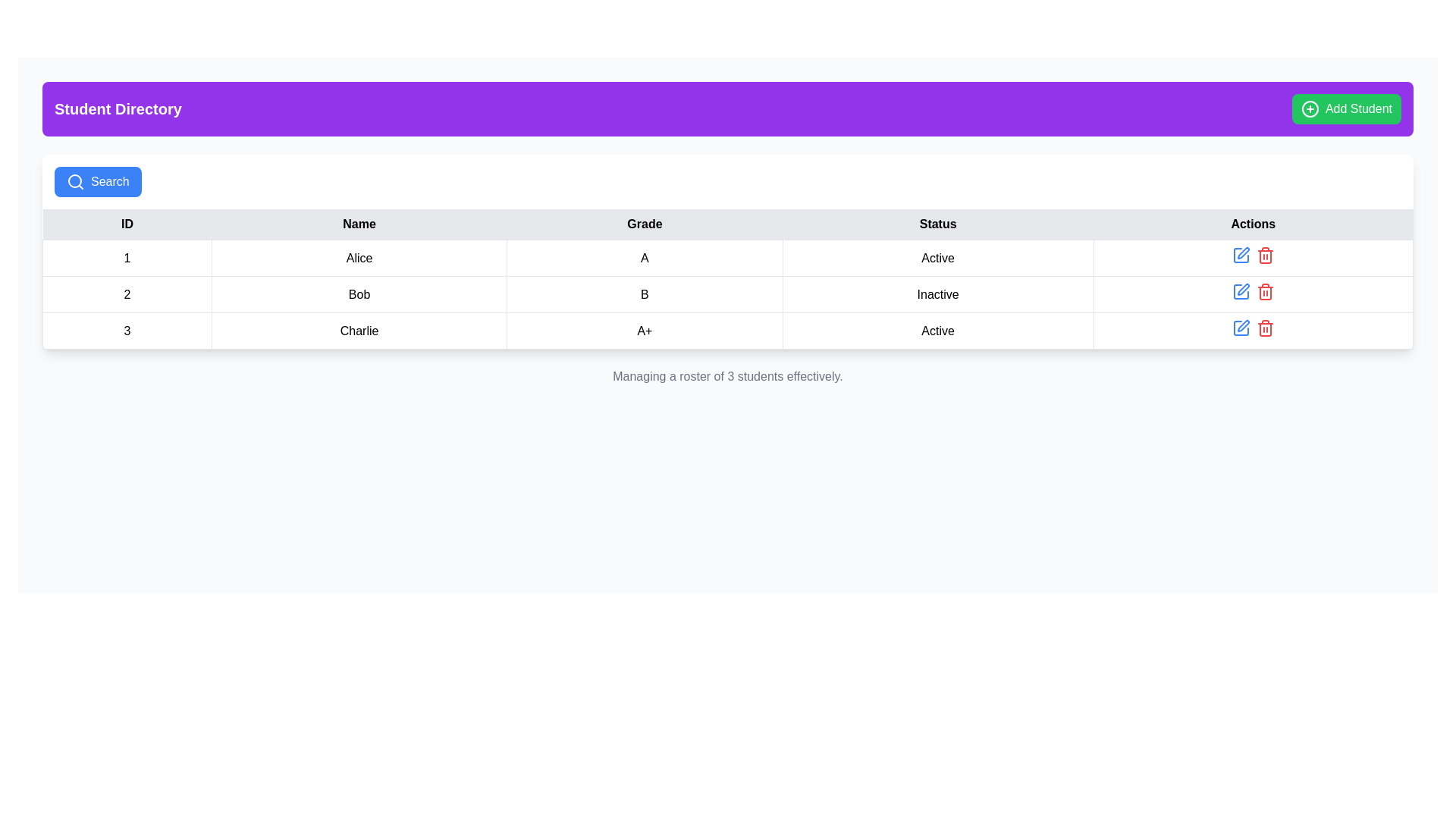  I want to click on the green 'Add Student' button with rounded corners located in the top purple header bar, so click(1347, 108).